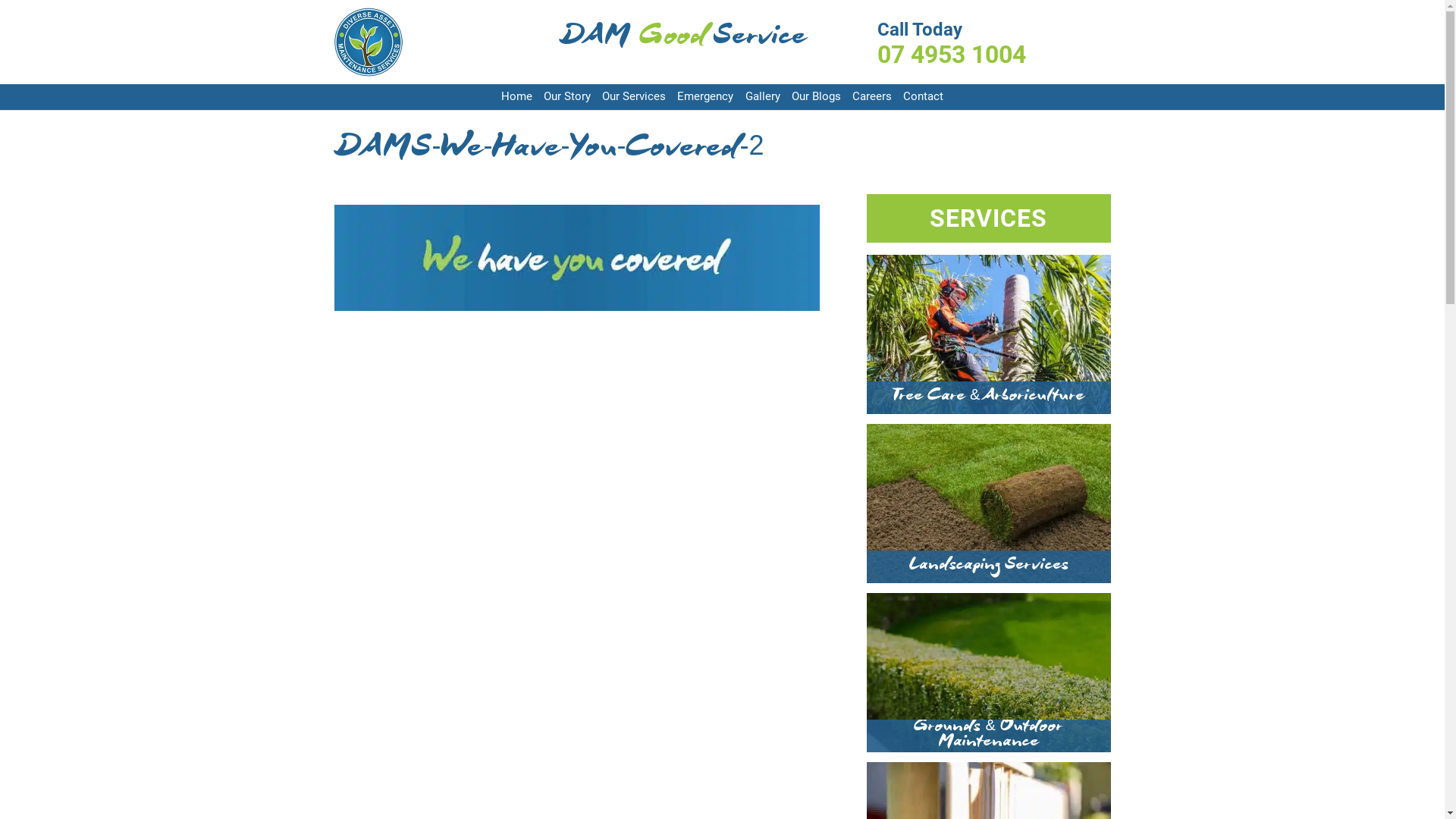 The width and height of the screenshot is (1456, 819). Describe the element at coordinates (993, 54) in the screenshot. I see `'07 4953 1004'` at that location.